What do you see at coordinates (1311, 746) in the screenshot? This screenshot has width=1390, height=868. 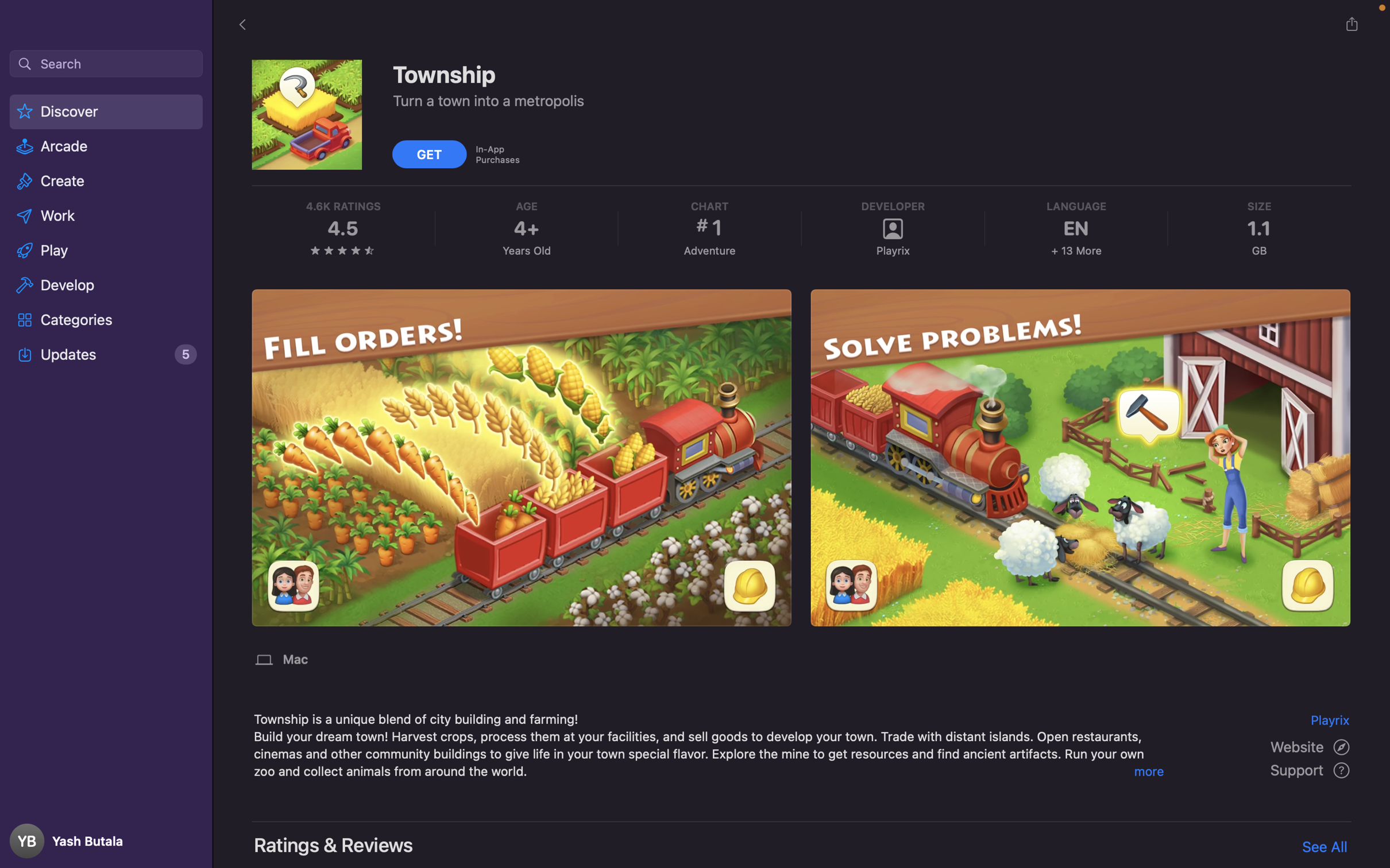 I see `the website for the application` at bounding box center [1311, 746].